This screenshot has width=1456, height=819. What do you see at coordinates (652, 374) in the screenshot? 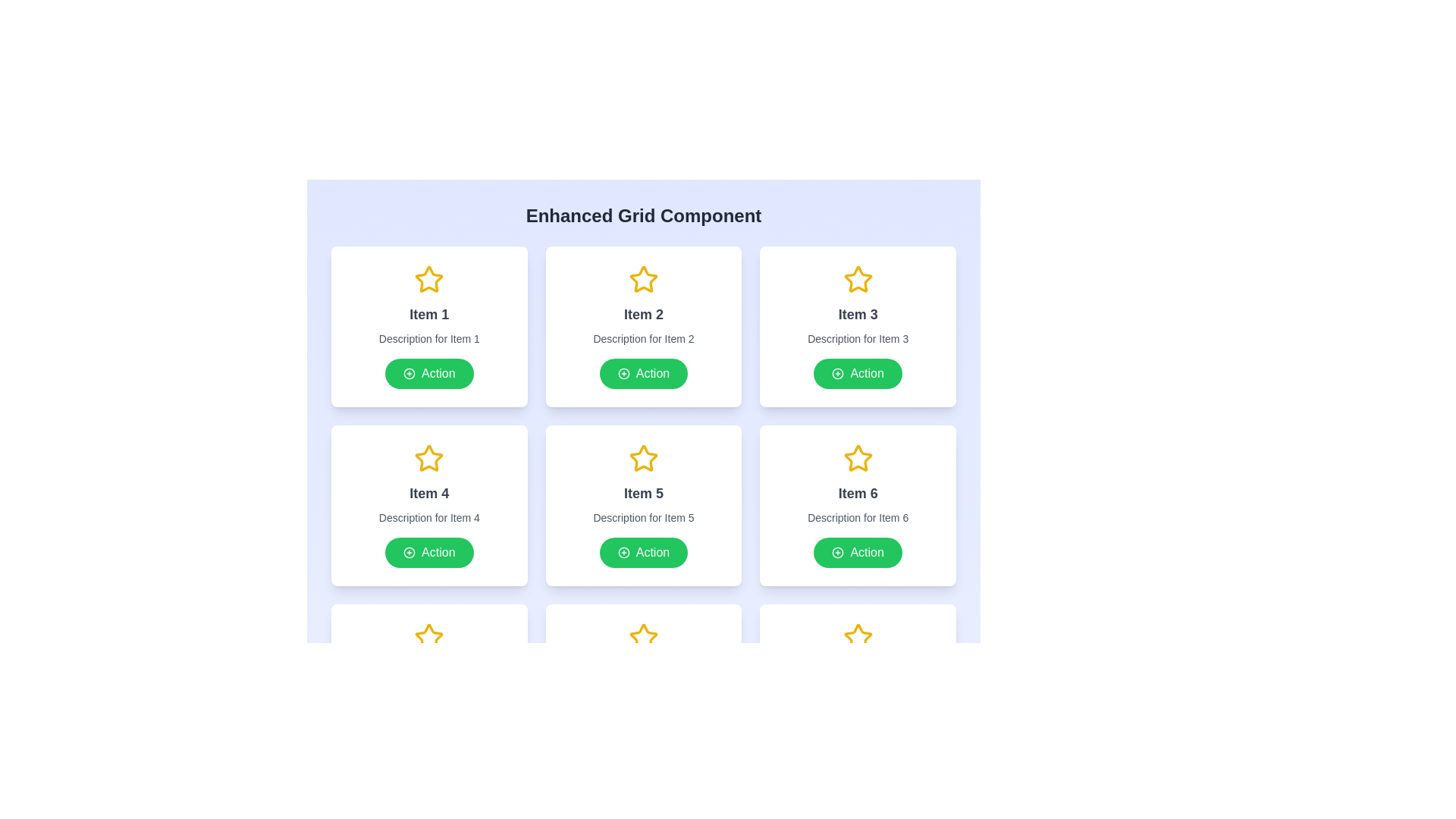
I see `the text label that is part of the interactive button labeled 'Action' in the second card of the grid layout, located under 'Item 2'` at bounding box center [652, 374].